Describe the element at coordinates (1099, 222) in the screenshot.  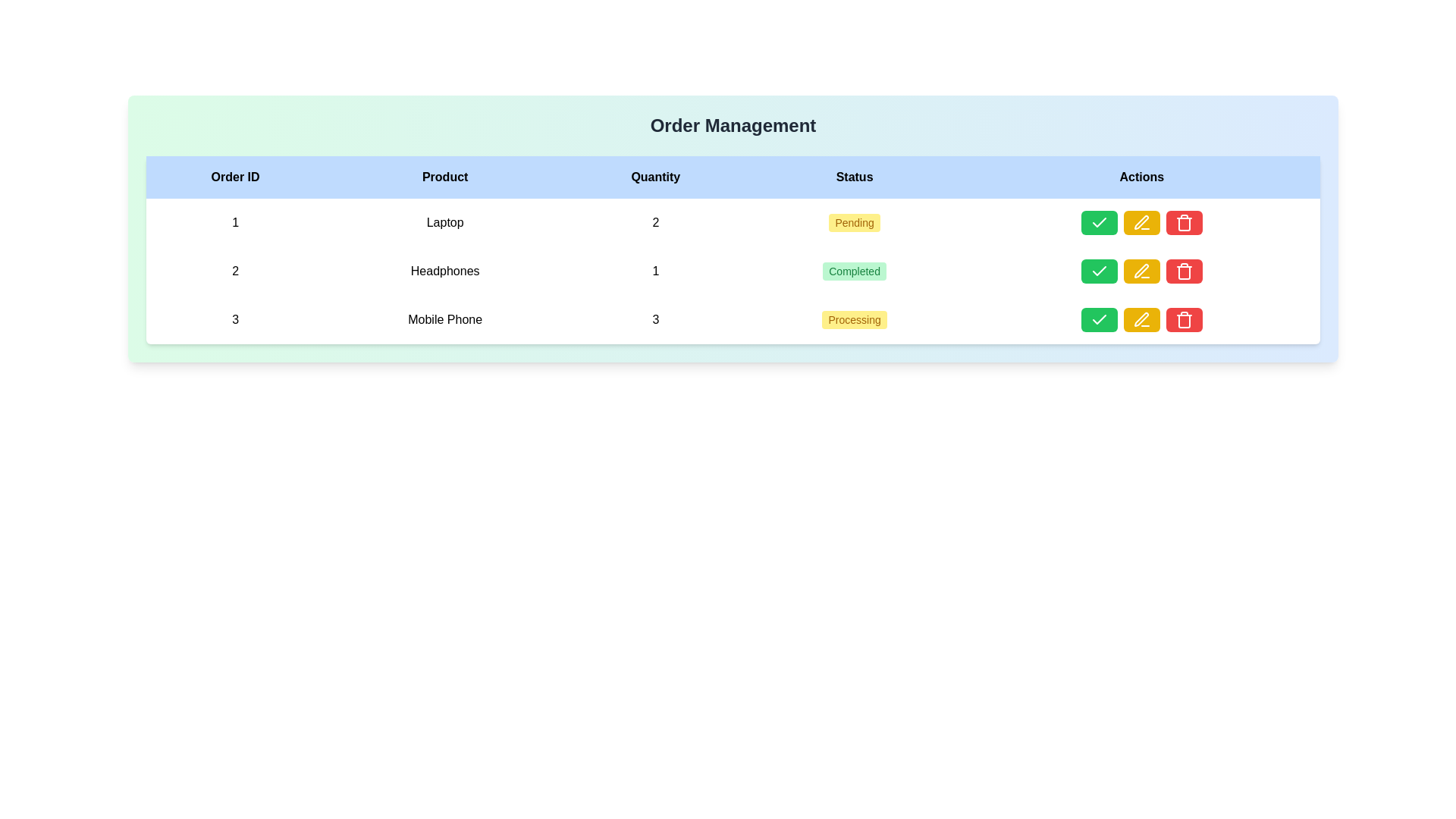
I see `the graphical checkmark icon representing the 'Completed' status for the 'Headphones' product entry in the 'Actions' column of the second row` at that location.